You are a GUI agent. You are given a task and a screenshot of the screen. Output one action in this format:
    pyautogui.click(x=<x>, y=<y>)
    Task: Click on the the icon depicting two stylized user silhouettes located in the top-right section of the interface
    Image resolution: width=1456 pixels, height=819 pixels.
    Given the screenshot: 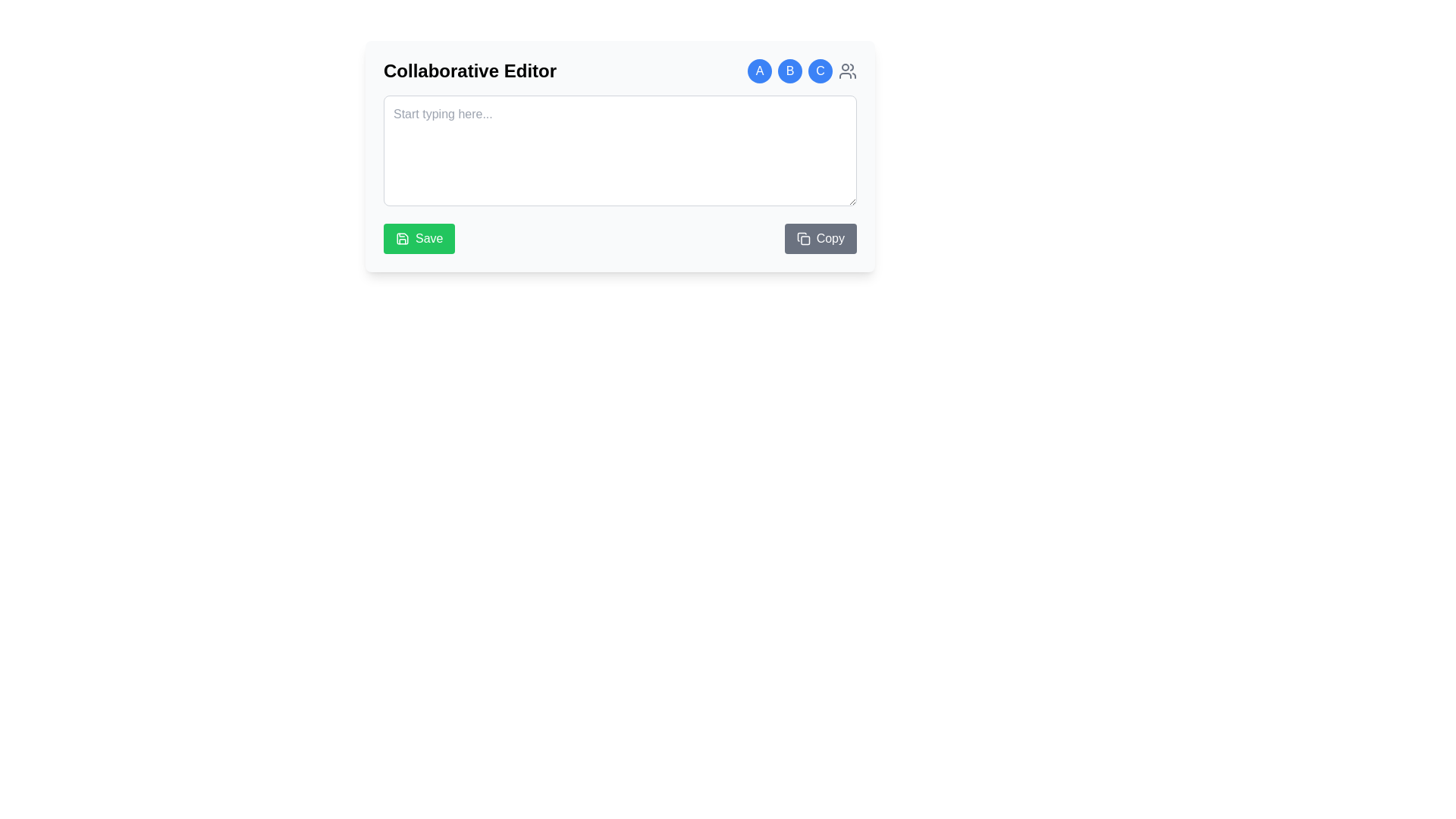 What is the action you would take?
    pyautogui.click(x=847, y=71)
    